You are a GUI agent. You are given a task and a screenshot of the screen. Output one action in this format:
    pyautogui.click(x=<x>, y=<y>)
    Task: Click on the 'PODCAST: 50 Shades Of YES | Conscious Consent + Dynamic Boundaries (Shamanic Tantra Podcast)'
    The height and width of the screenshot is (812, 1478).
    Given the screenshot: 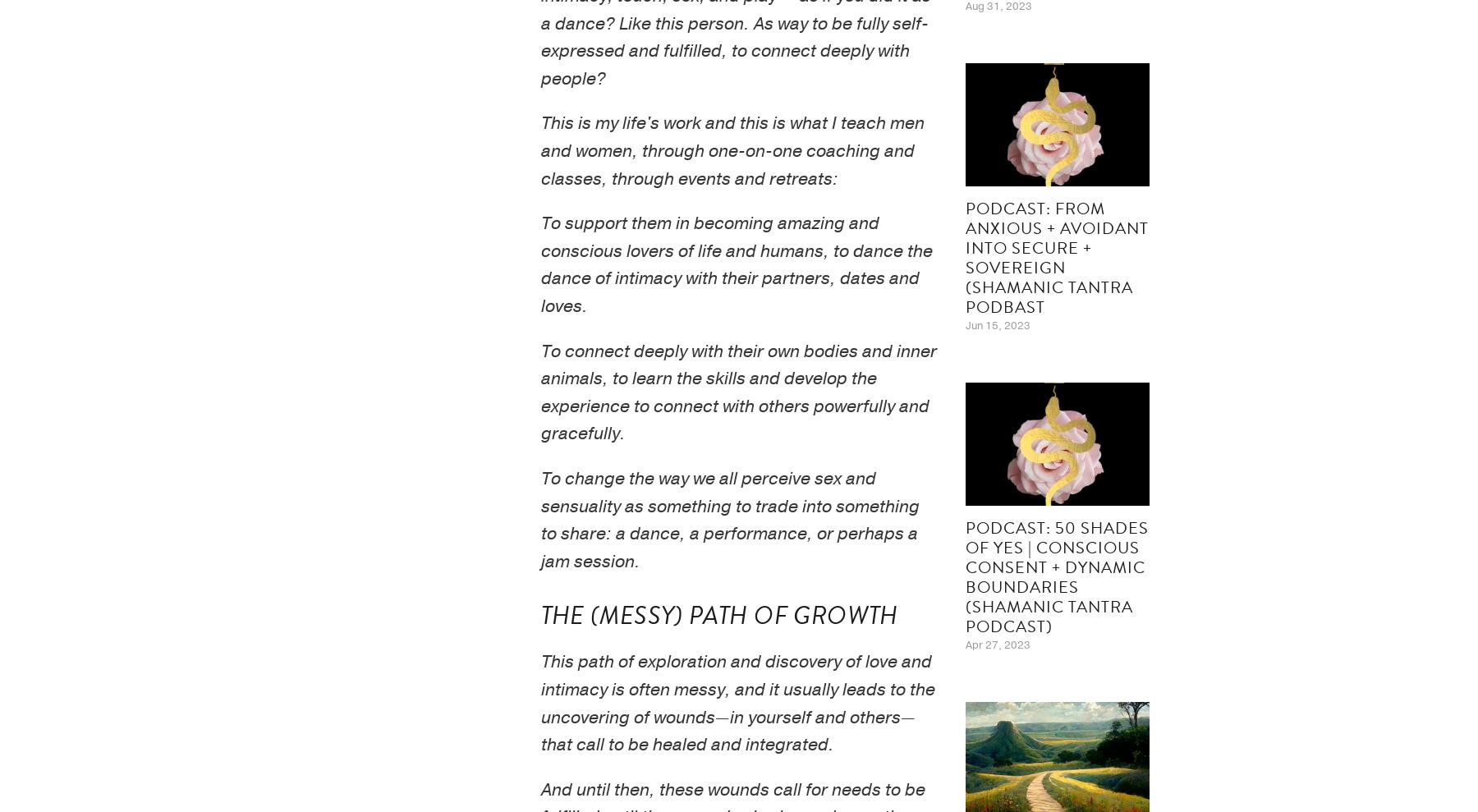 What is the action you would take?
    pyautogui.click(x=964, y=575)
    